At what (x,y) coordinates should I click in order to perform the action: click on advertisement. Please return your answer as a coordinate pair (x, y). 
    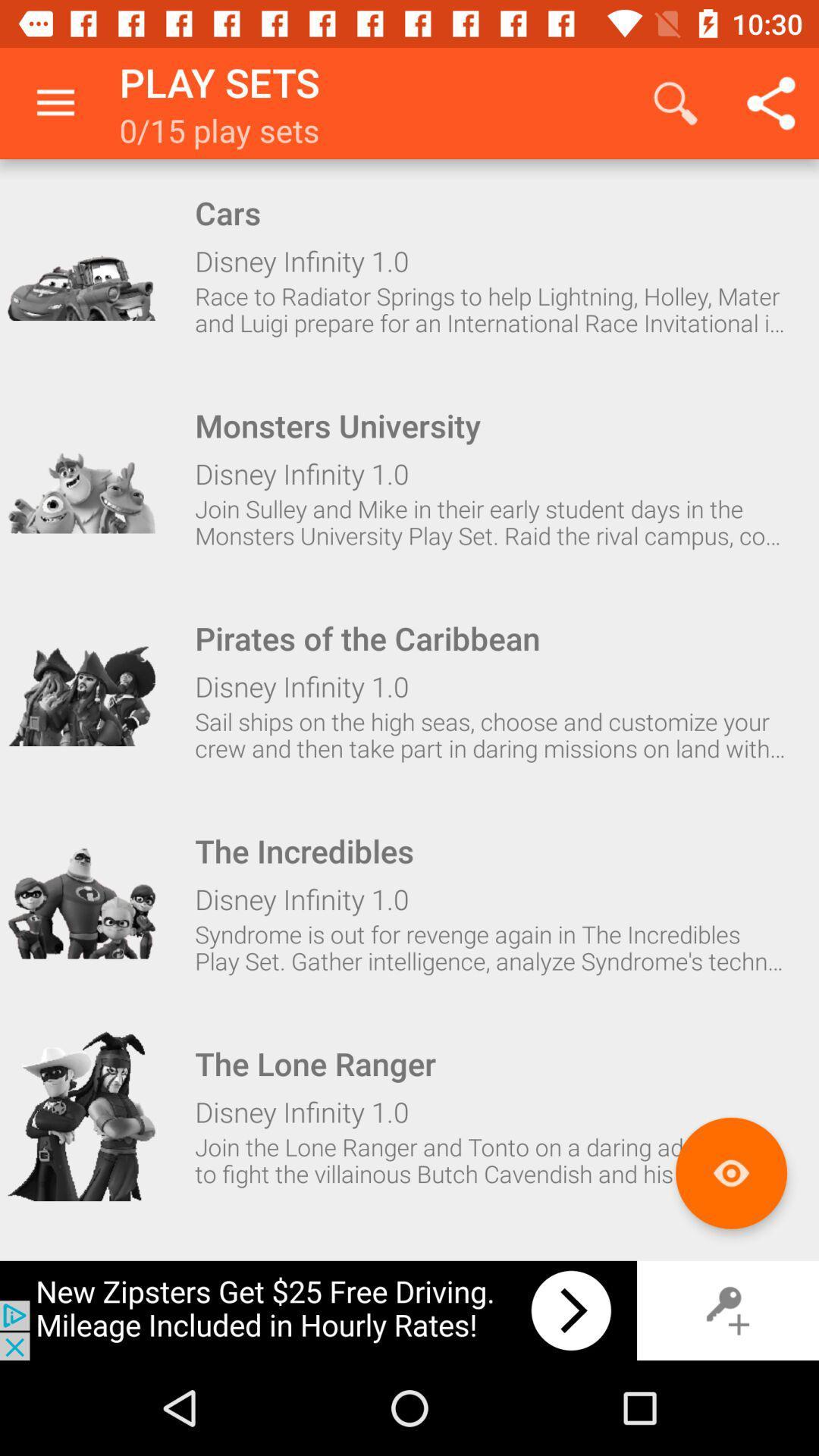
    Looking at the image, I should click on (318, 1310).